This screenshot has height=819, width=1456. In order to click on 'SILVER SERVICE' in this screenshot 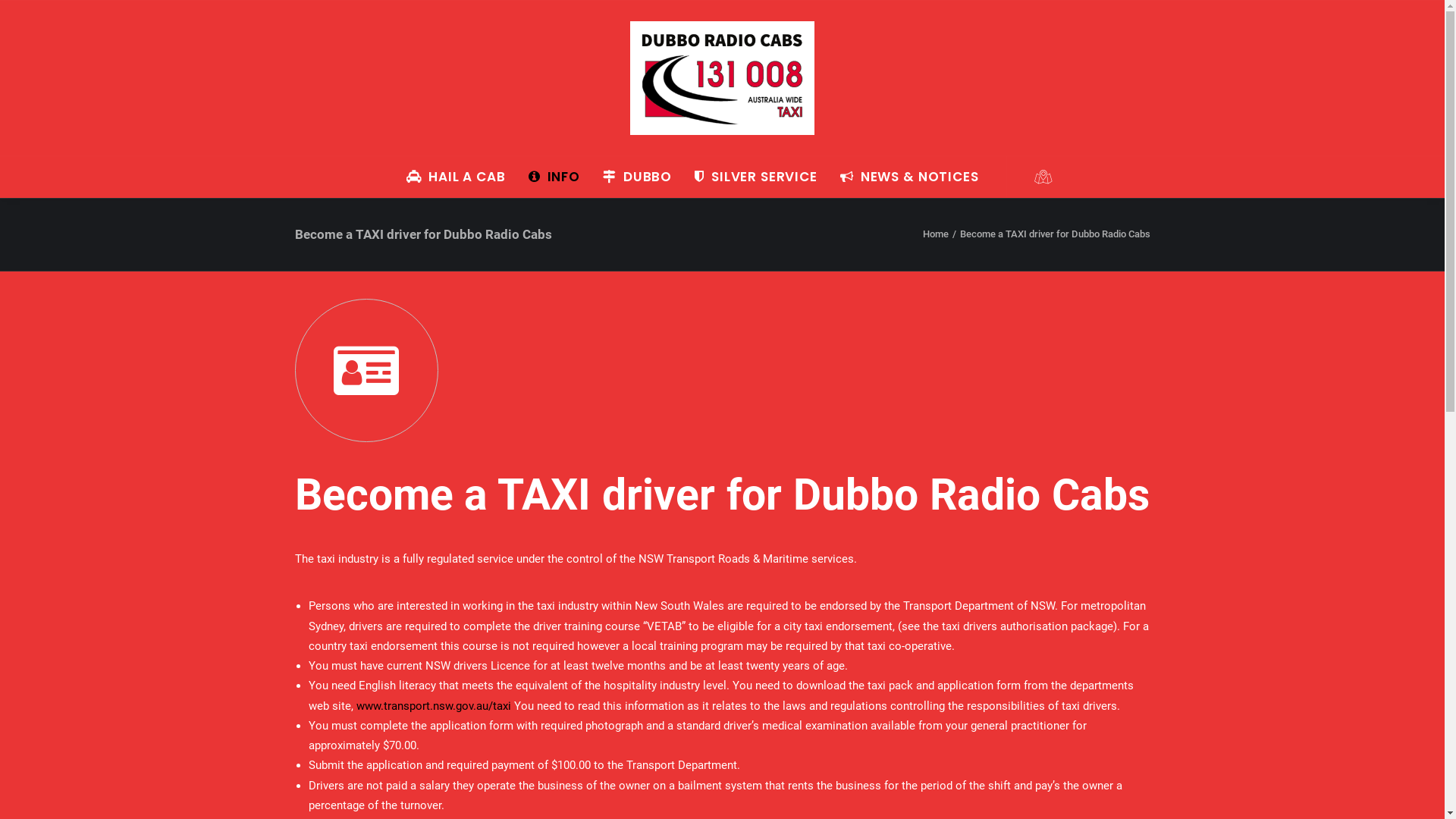, I will do `click(756, 175)`.